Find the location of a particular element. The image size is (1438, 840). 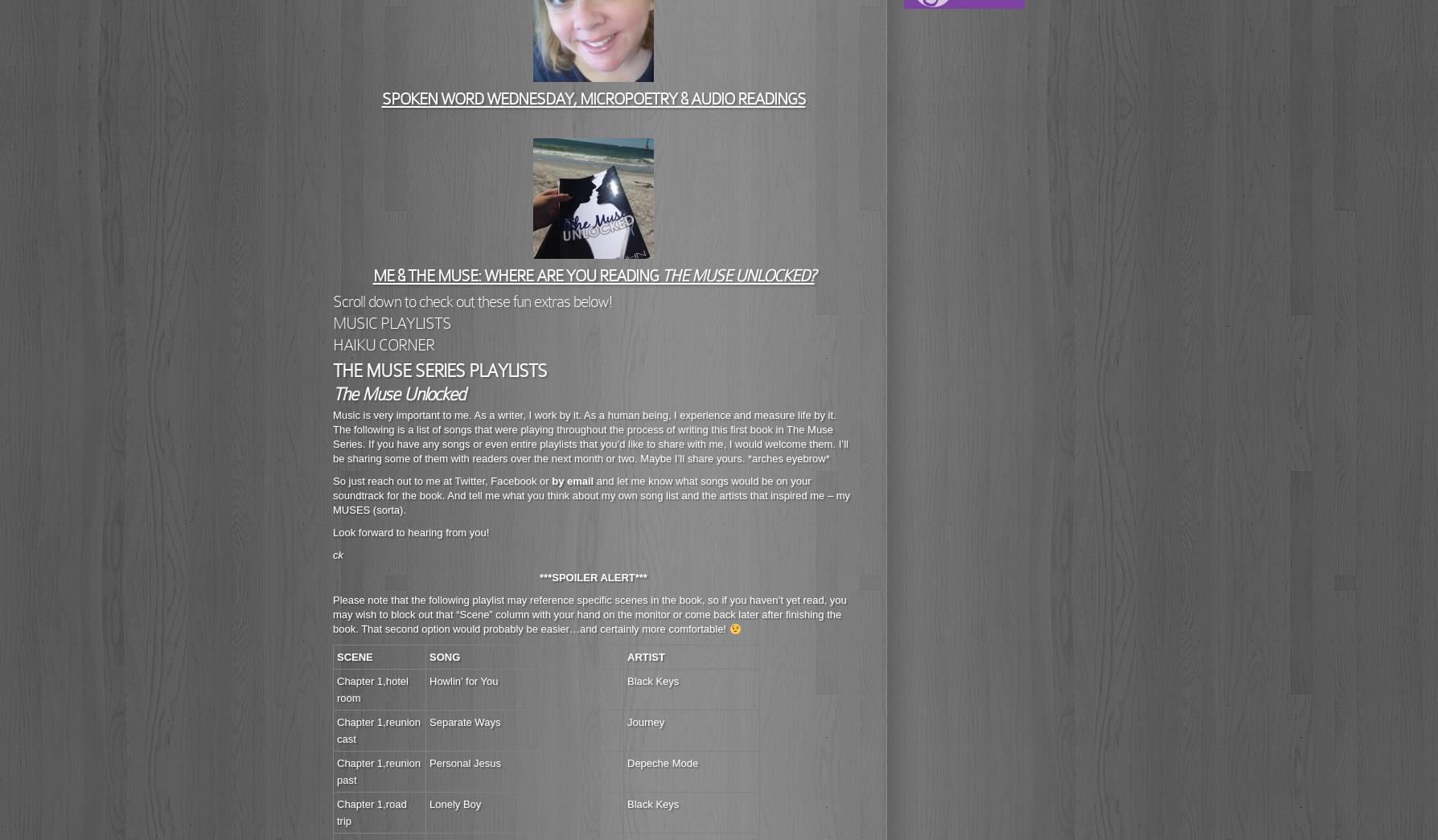

'Lonely Boy' is located at coordinates (429, 804).